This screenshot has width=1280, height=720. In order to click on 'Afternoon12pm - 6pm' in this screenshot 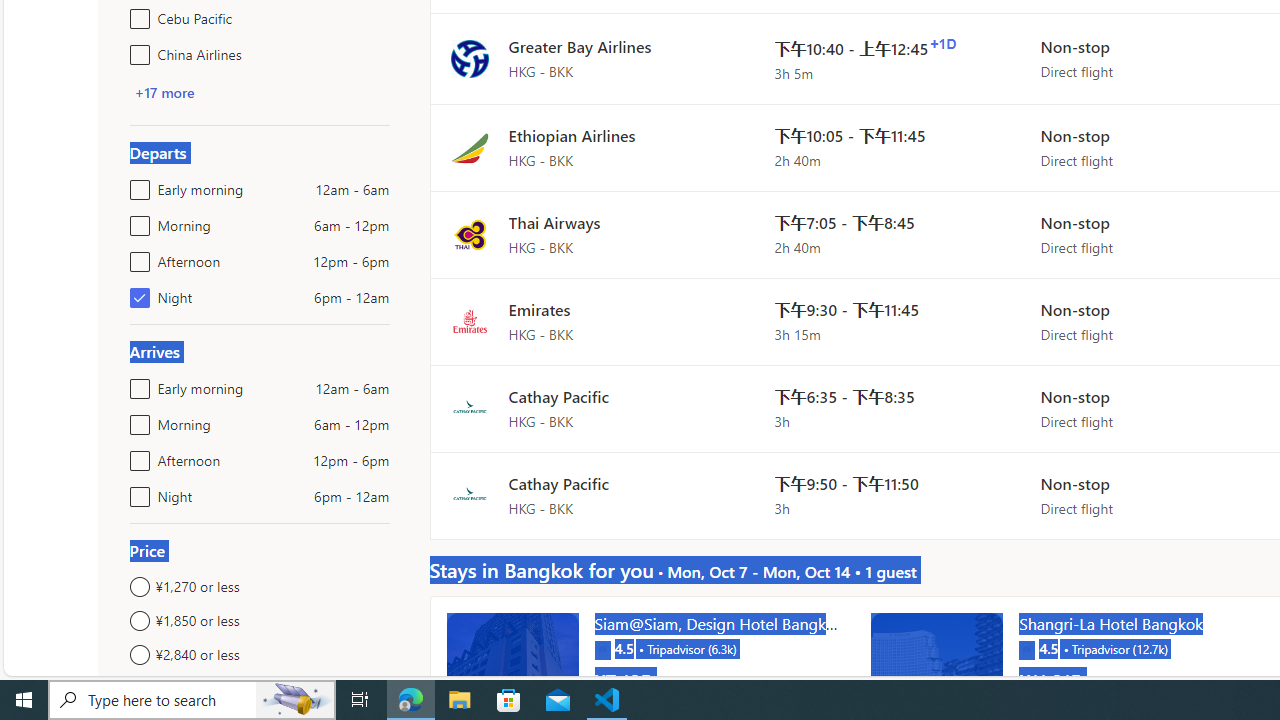, I will do `click(135, 456)`.